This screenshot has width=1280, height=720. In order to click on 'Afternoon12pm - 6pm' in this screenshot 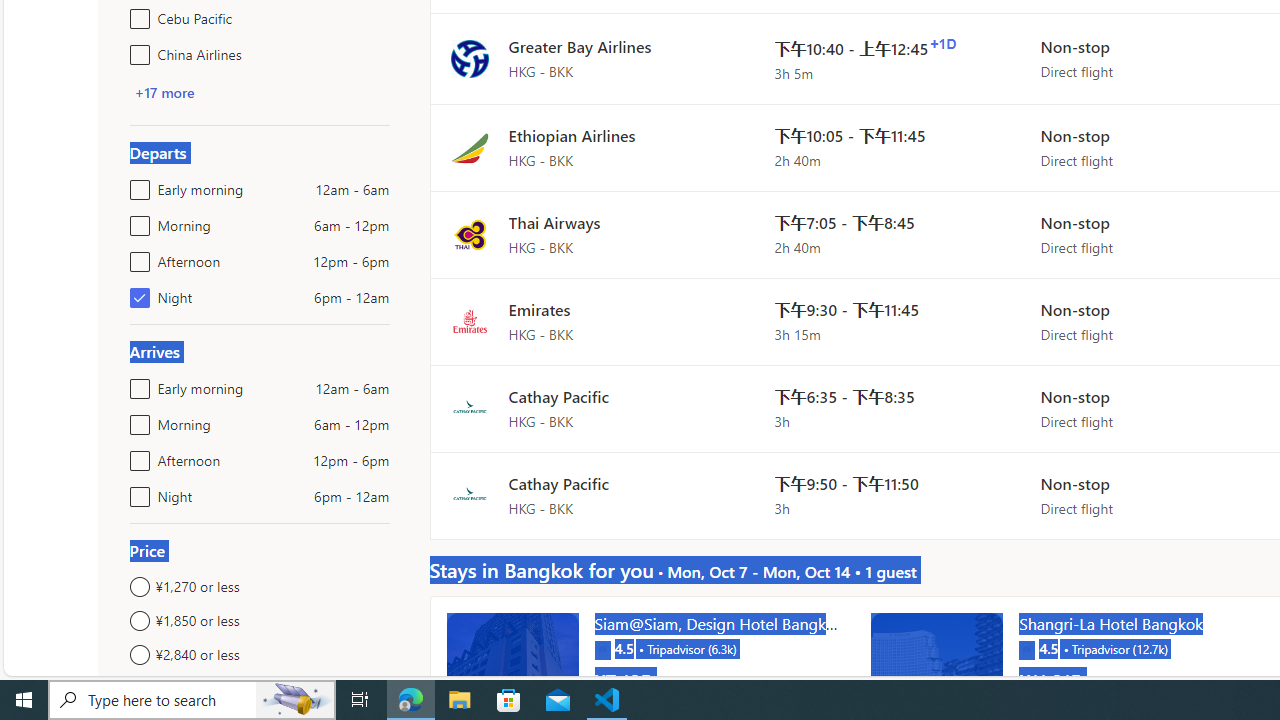, I will do `click(135, 456)`.